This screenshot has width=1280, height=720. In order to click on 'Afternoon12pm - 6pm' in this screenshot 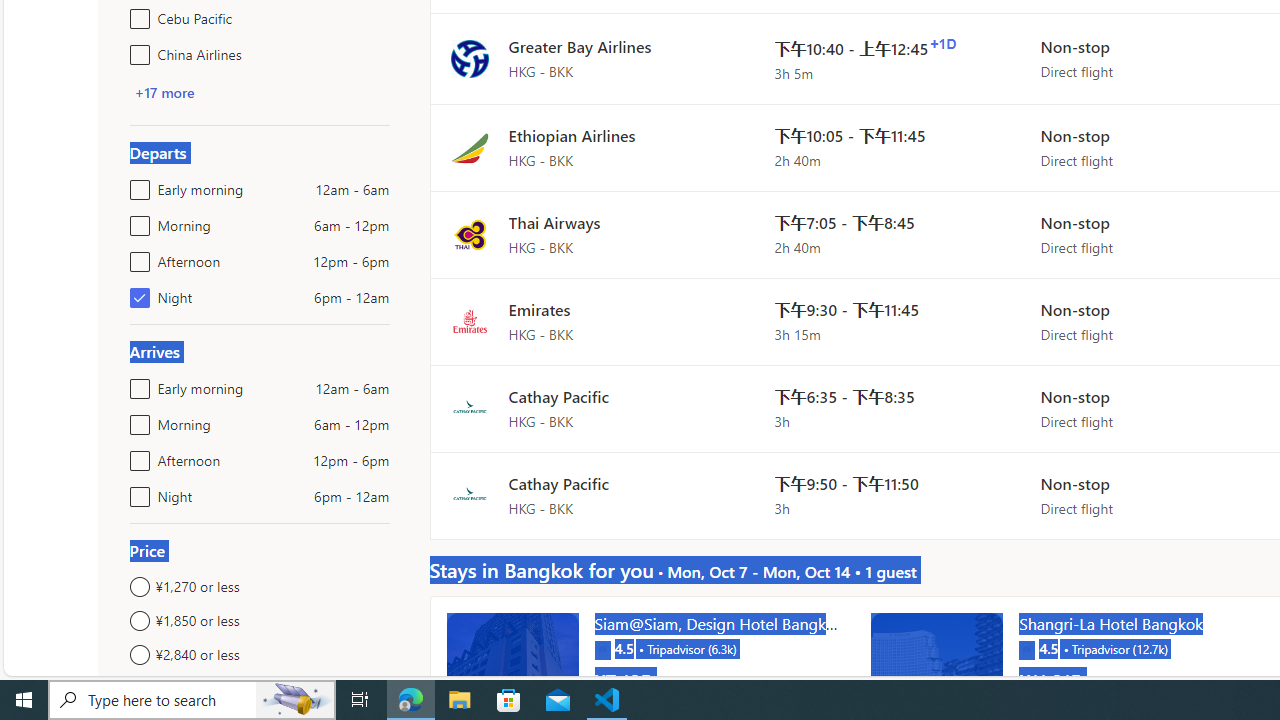, I will do `click(135, 456)`.